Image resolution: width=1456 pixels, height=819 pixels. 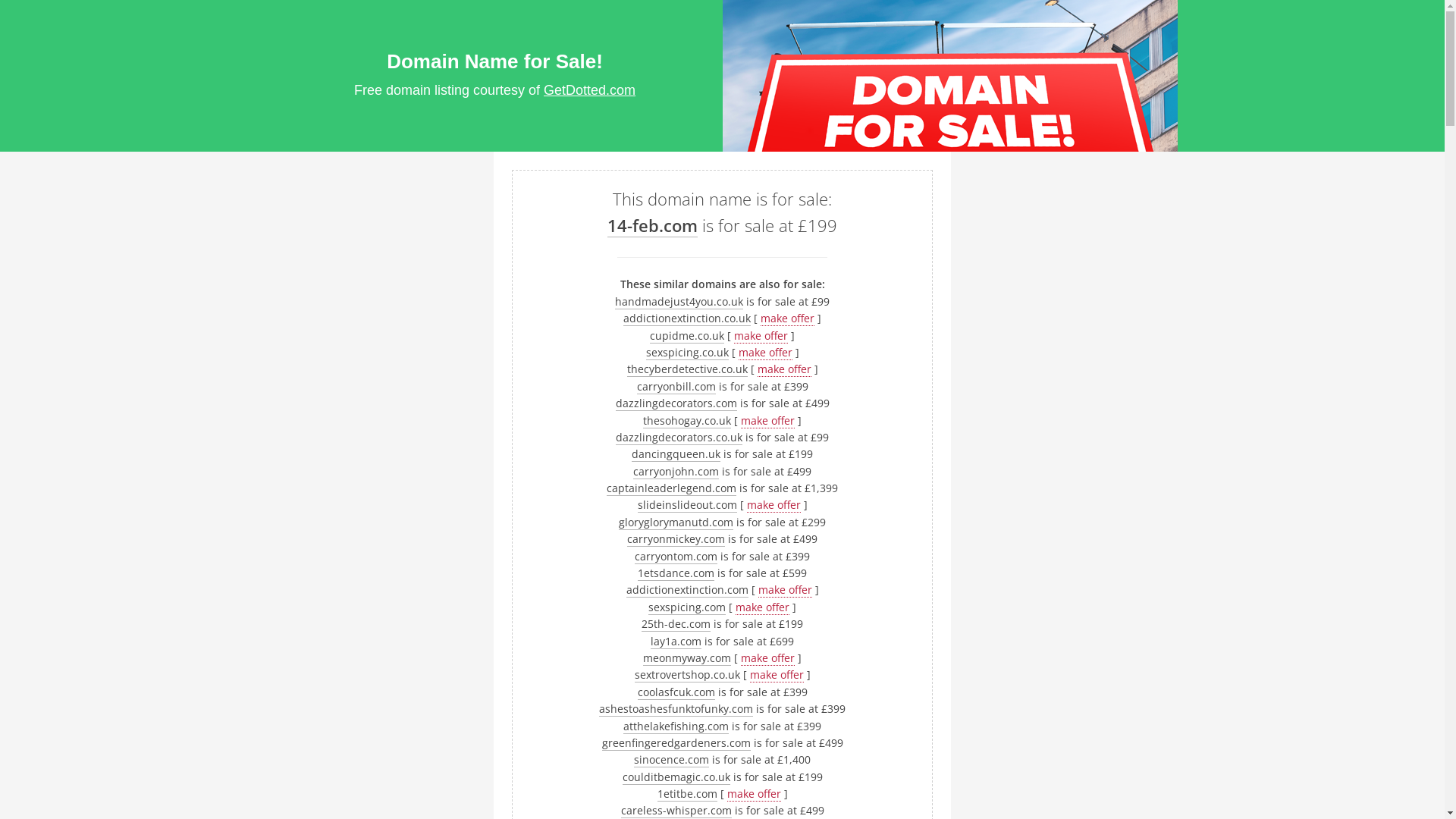 What do you see at coordinates (675, 623) in the screenshot?
I see `'25th-dec.com'` at bounding box center [675, 623].